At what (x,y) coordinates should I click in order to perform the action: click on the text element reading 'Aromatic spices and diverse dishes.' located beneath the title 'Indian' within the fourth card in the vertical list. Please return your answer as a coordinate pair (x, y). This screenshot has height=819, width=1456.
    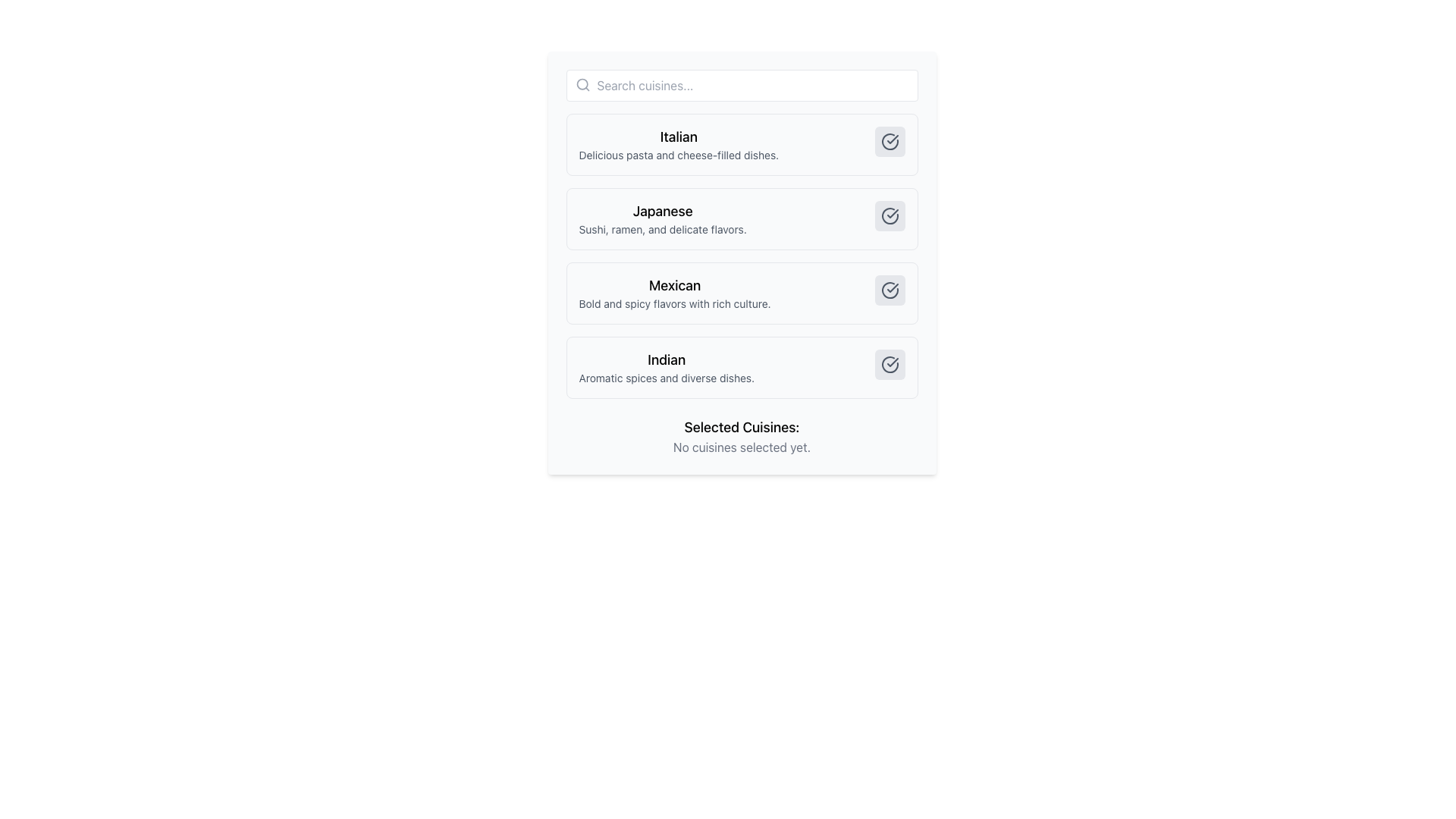
    Looking at the image, I should click on (667, 377).